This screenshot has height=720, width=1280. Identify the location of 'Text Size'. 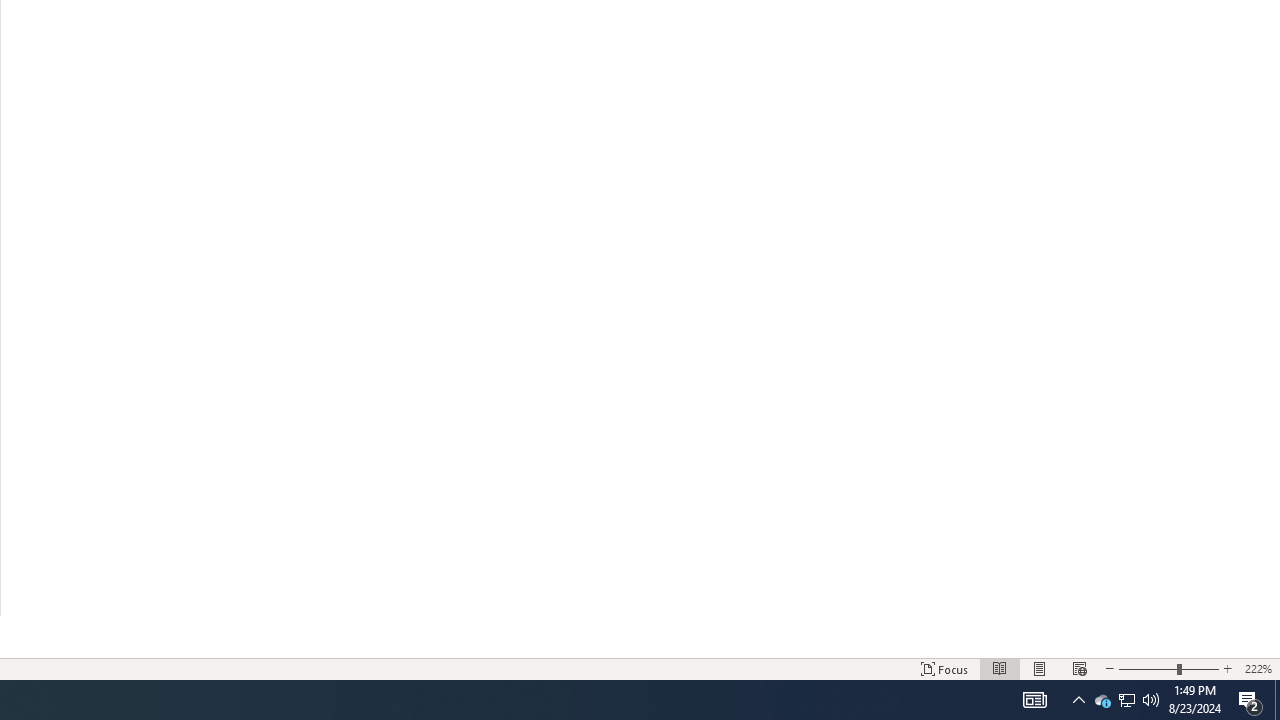
(1168, 669).